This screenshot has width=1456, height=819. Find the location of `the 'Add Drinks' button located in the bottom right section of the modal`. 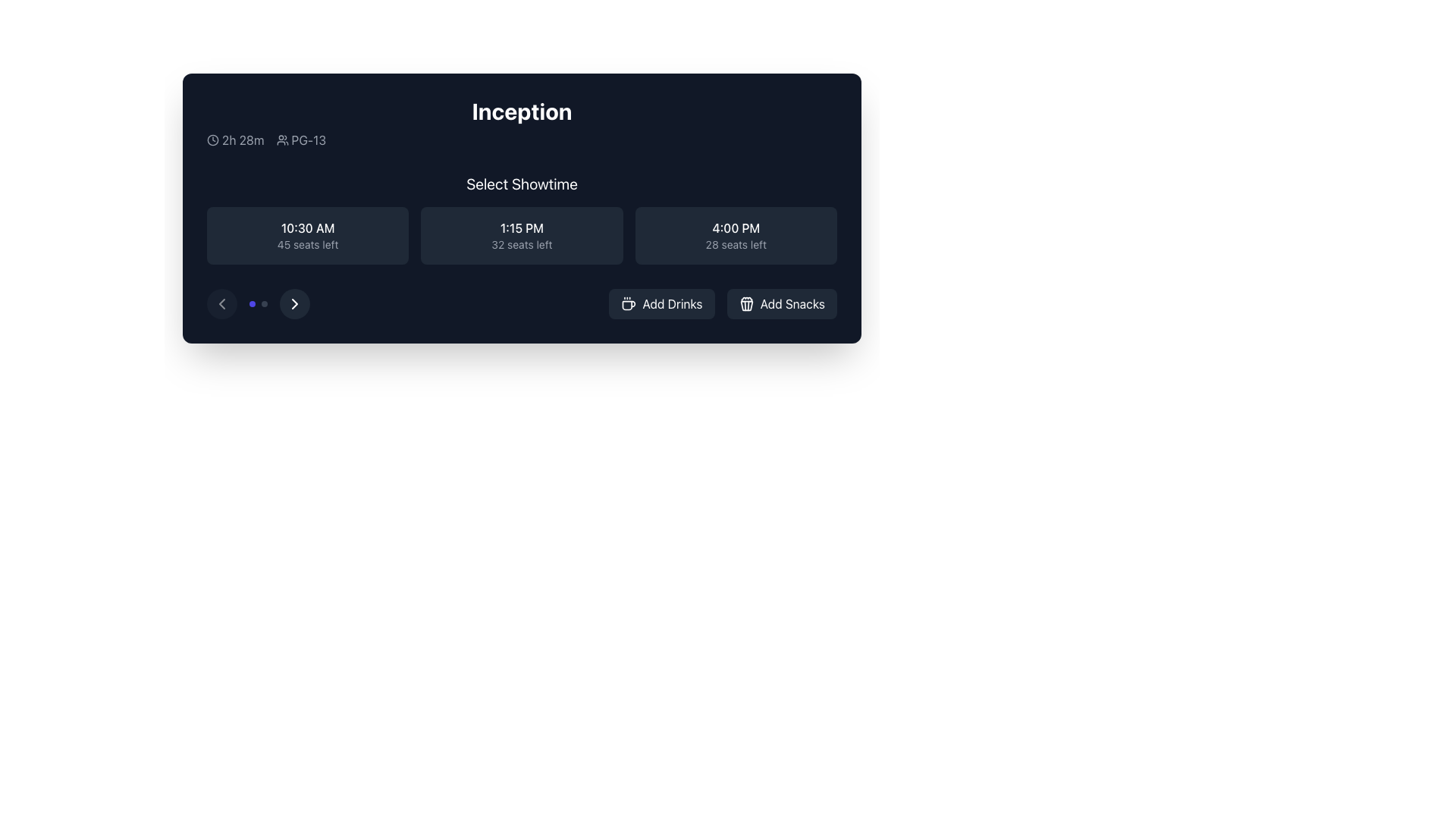

the 'Add Drinks' button located in the bottom right section of the modal is located at coordinates (662, 304).